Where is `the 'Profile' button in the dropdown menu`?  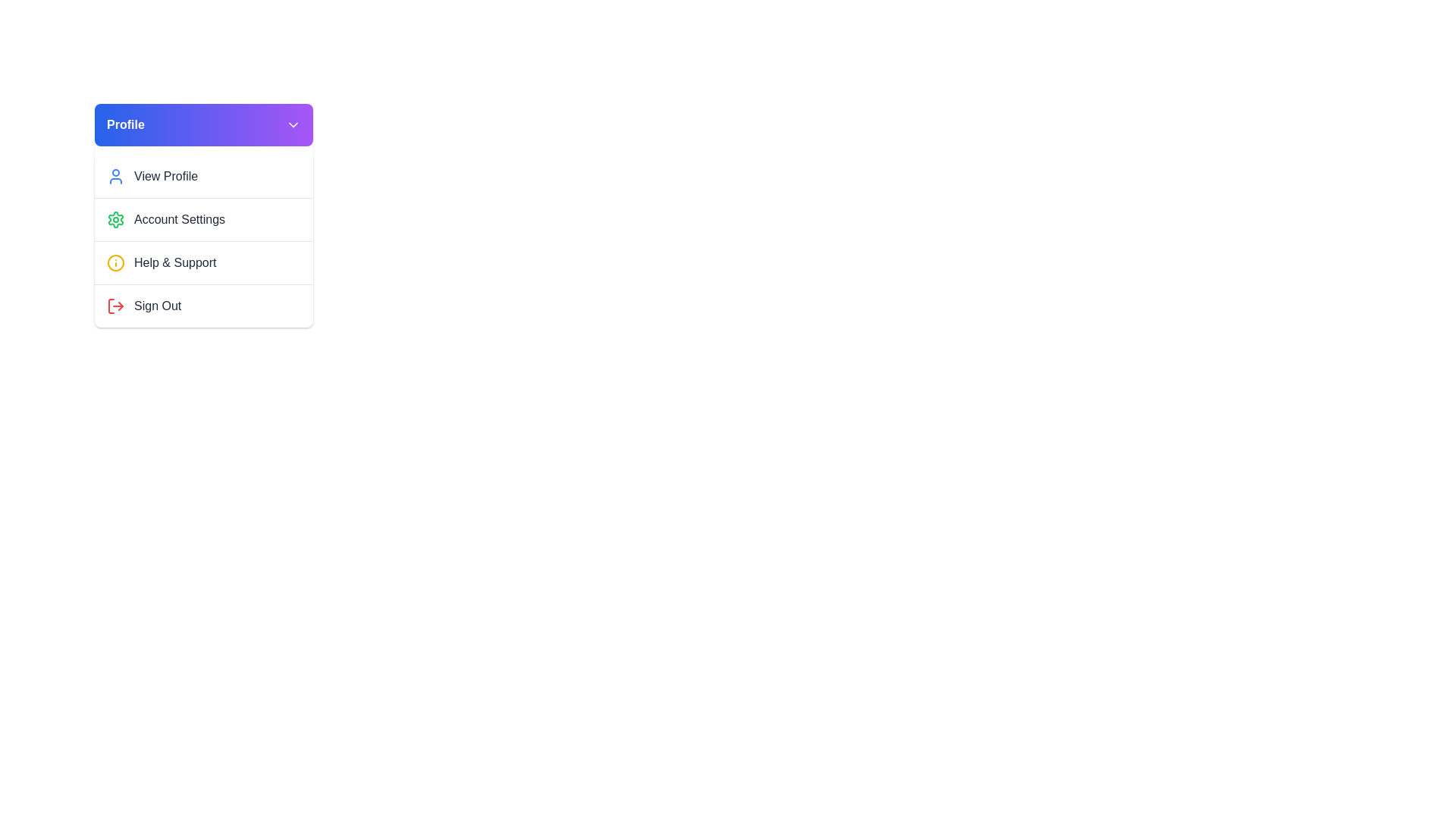 the 'Profile' button in the dropdown menu is located at coordinates (202, 175).